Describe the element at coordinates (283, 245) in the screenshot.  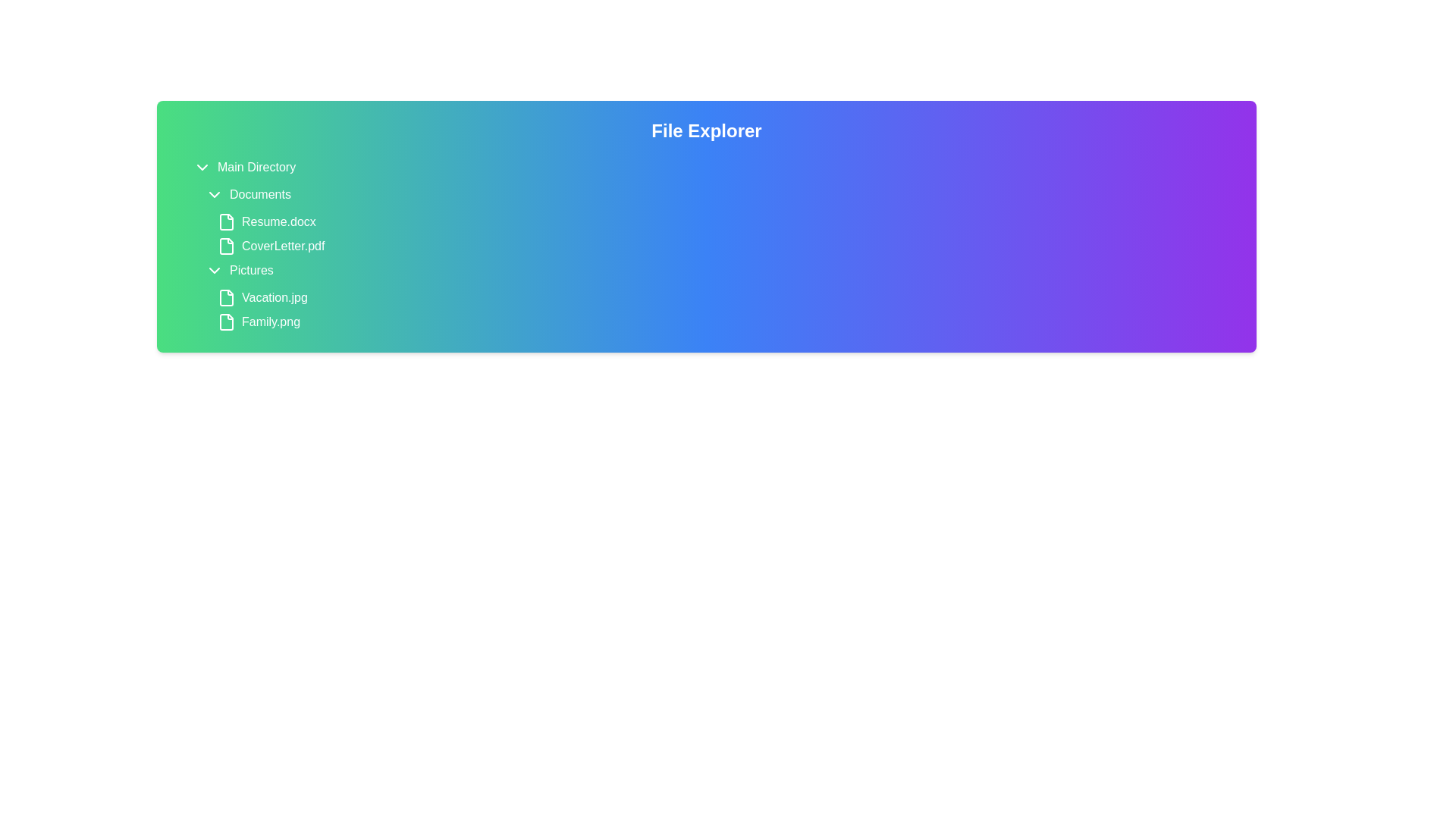
I see `the text label displaying 'CoverLetter.pdf' located in the file browsing interface, positioned below 'Resume.docx' in the 'Documents' folder` at that location.